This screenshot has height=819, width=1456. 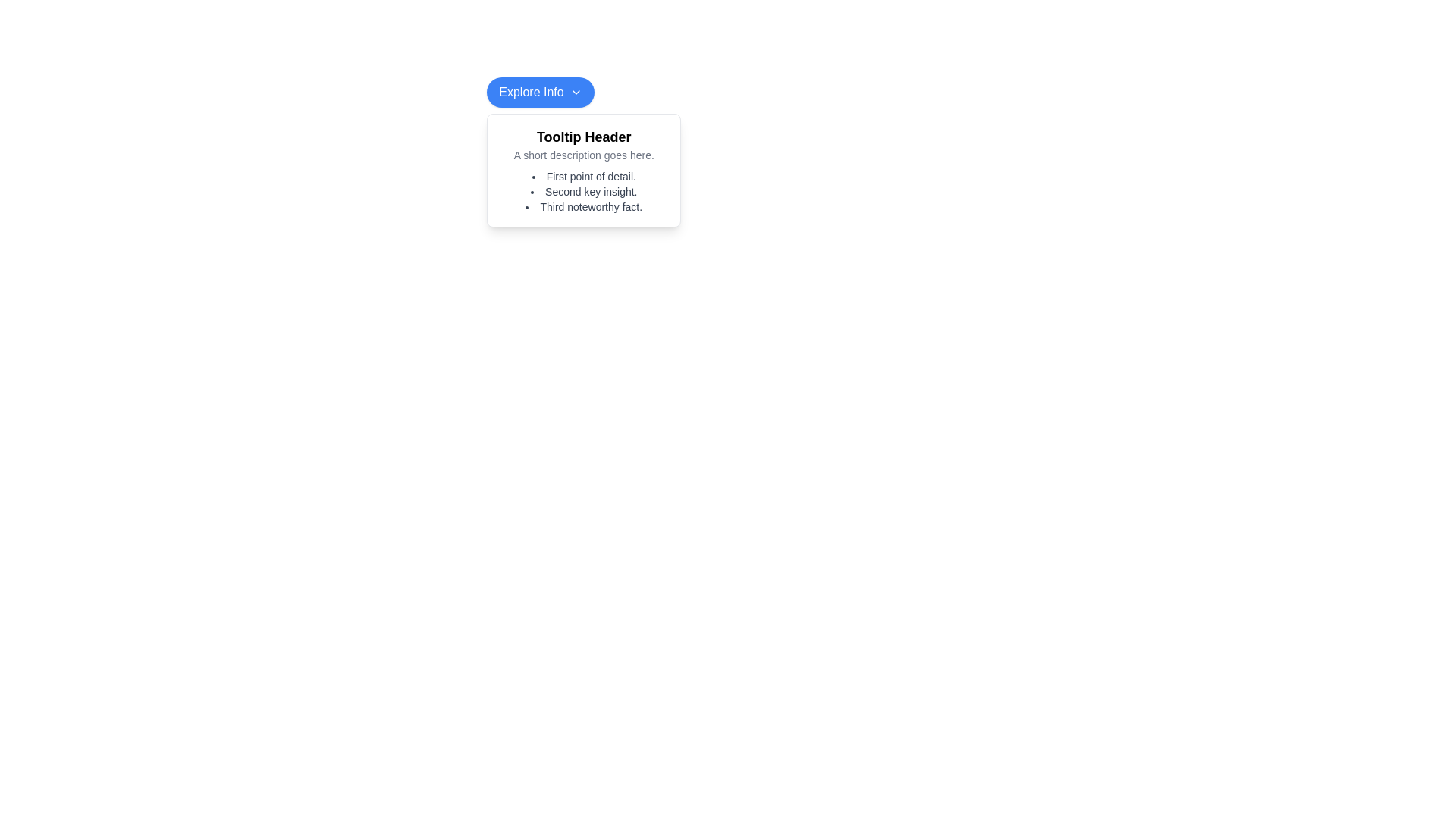 I want to click on header text located at the top of the card-like panel, which serves as a brief indication of the content or purpose of the tooltip, so click(x=583, y=137).